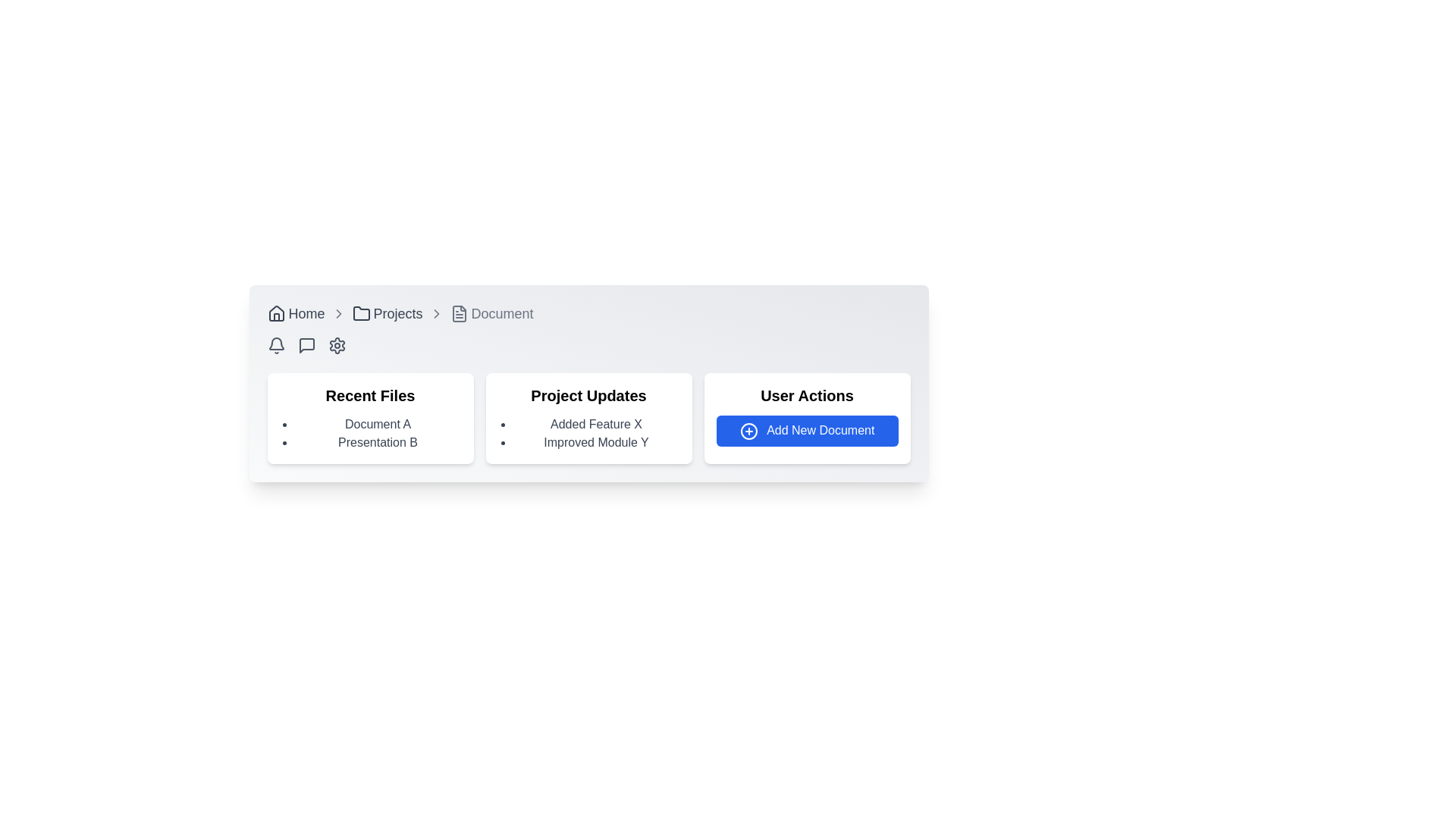 The height and width of the screenshot is (819, 1456). Describe the element at coordinates (435, 312) in the screenshot. I see `the right-pointing arrow icon located in the breadcrumb navigation bar between the 'Projects' and 'Document' labels` at that location.